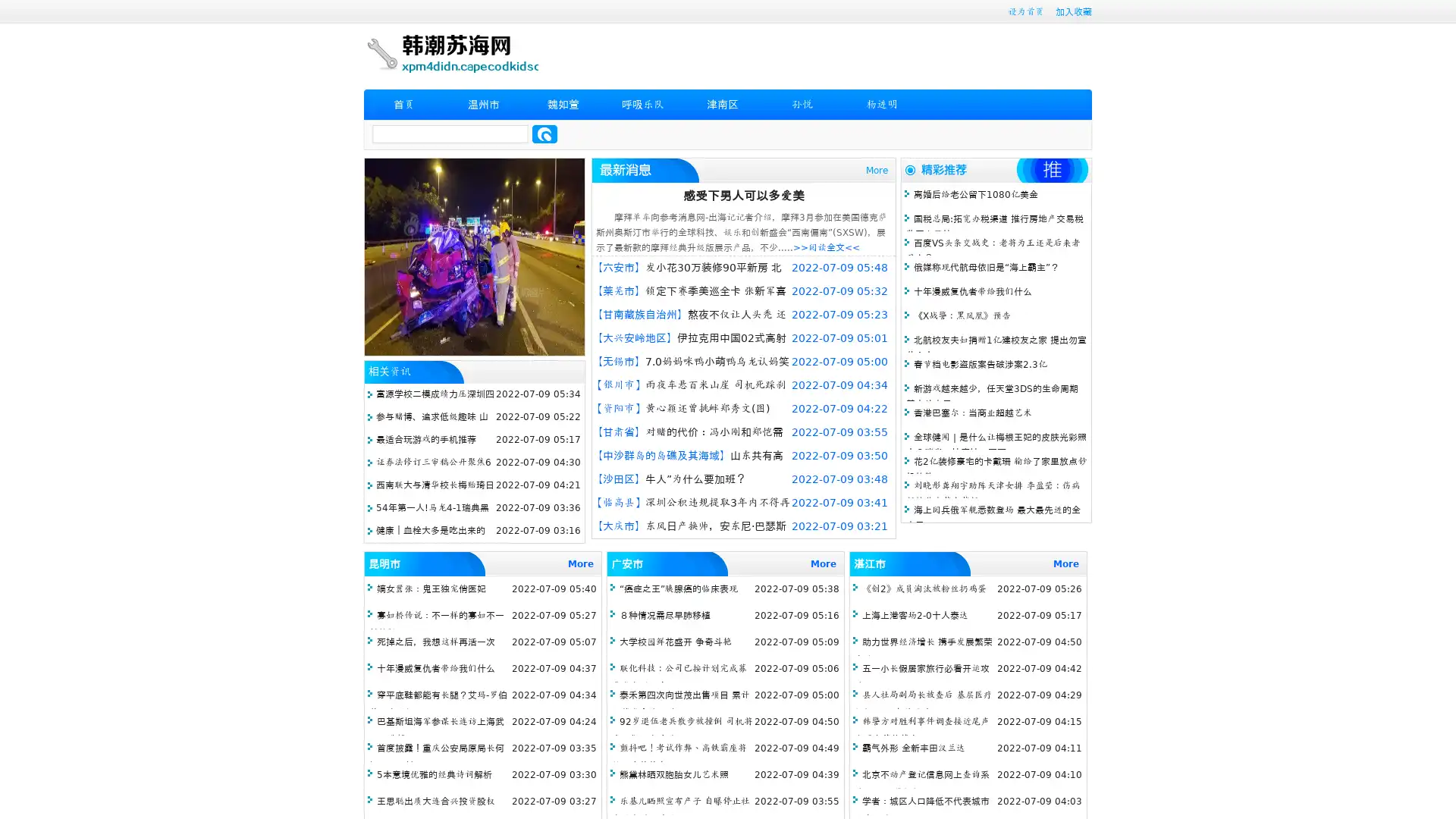 This screenshot has height=819, width=1456. Describe the element at coordinates (544, 133) in the screenshot. I see `Search` at that location.